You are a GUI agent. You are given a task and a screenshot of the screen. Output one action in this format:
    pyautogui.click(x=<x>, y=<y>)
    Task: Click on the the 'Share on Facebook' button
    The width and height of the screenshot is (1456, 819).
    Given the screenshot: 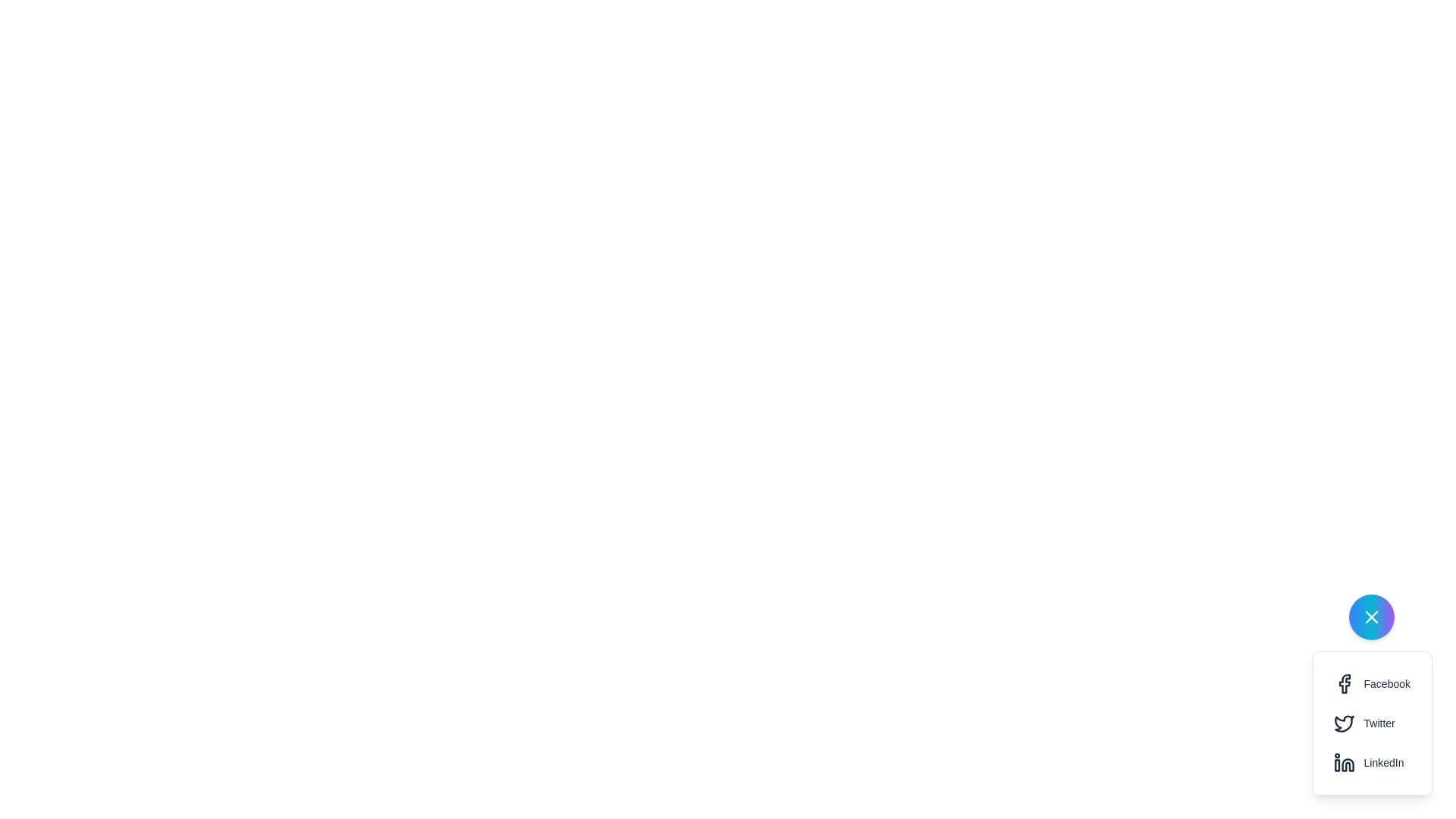 What is the action you would take?
    pyautogui.click(x=1372, y=684)
    